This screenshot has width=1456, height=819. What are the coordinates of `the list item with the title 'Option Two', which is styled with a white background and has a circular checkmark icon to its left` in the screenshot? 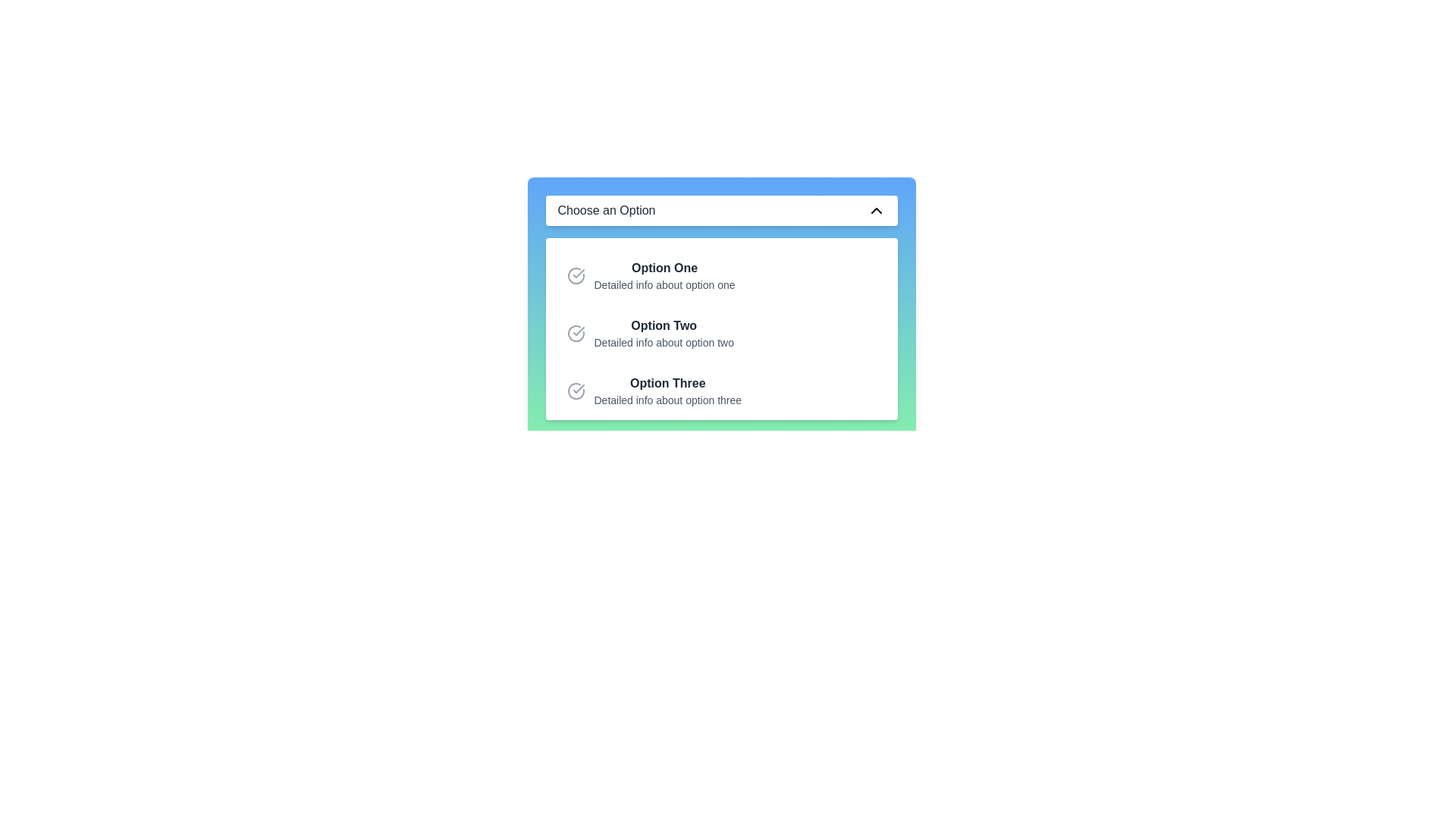 It's located at (720, 332).